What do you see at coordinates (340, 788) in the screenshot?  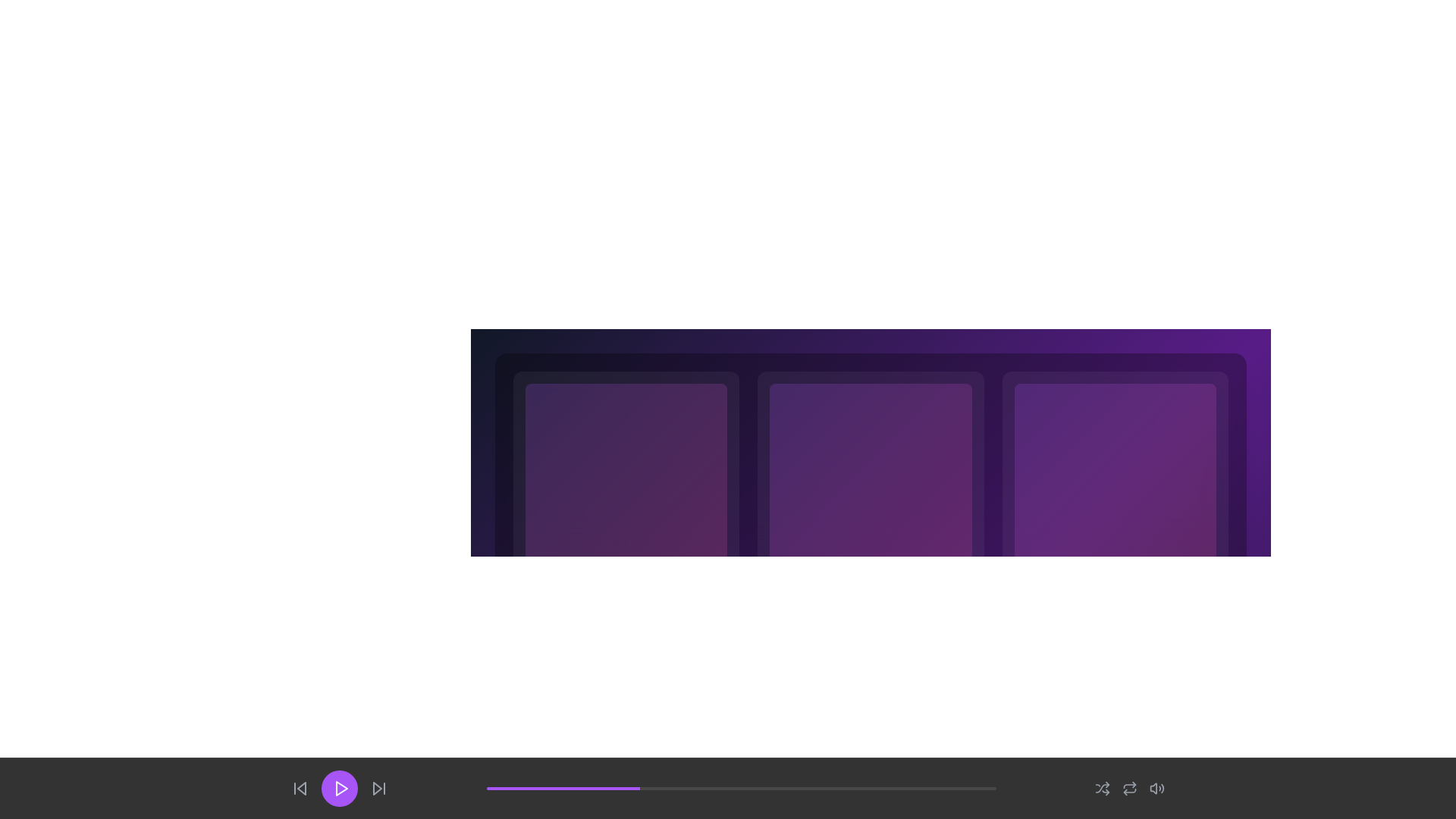 I see `the play button SVG icon, which is a triangular icon oriented rightward, located within a purple circular button at the center of the bottom navigation bar, to play the media` at bounding box center [340, 788].